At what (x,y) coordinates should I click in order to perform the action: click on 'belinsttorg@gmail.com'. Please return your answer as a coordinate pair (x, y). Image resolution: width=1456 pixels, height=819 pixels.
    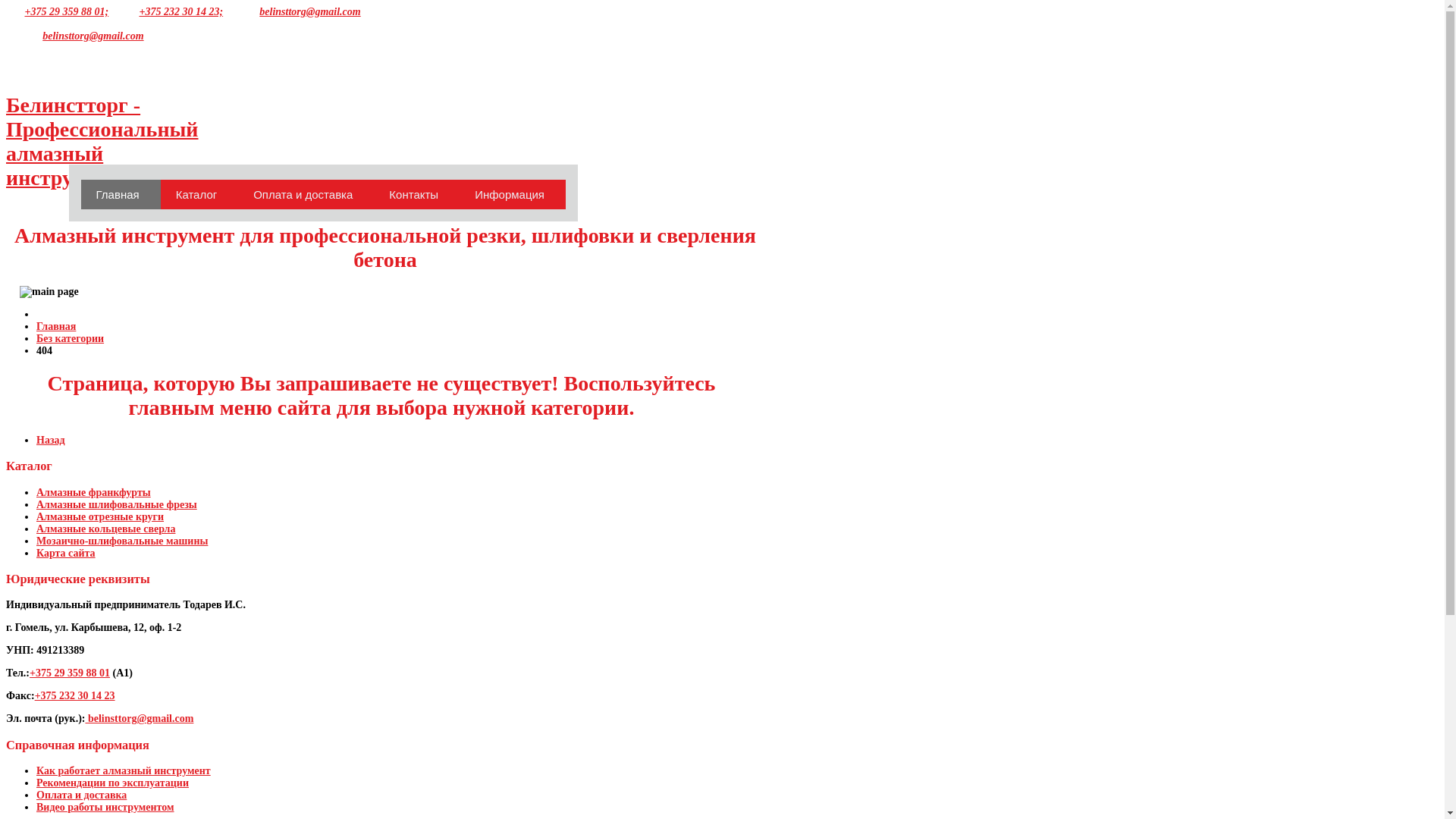
    Looking at the image, I should click on (92, 35).